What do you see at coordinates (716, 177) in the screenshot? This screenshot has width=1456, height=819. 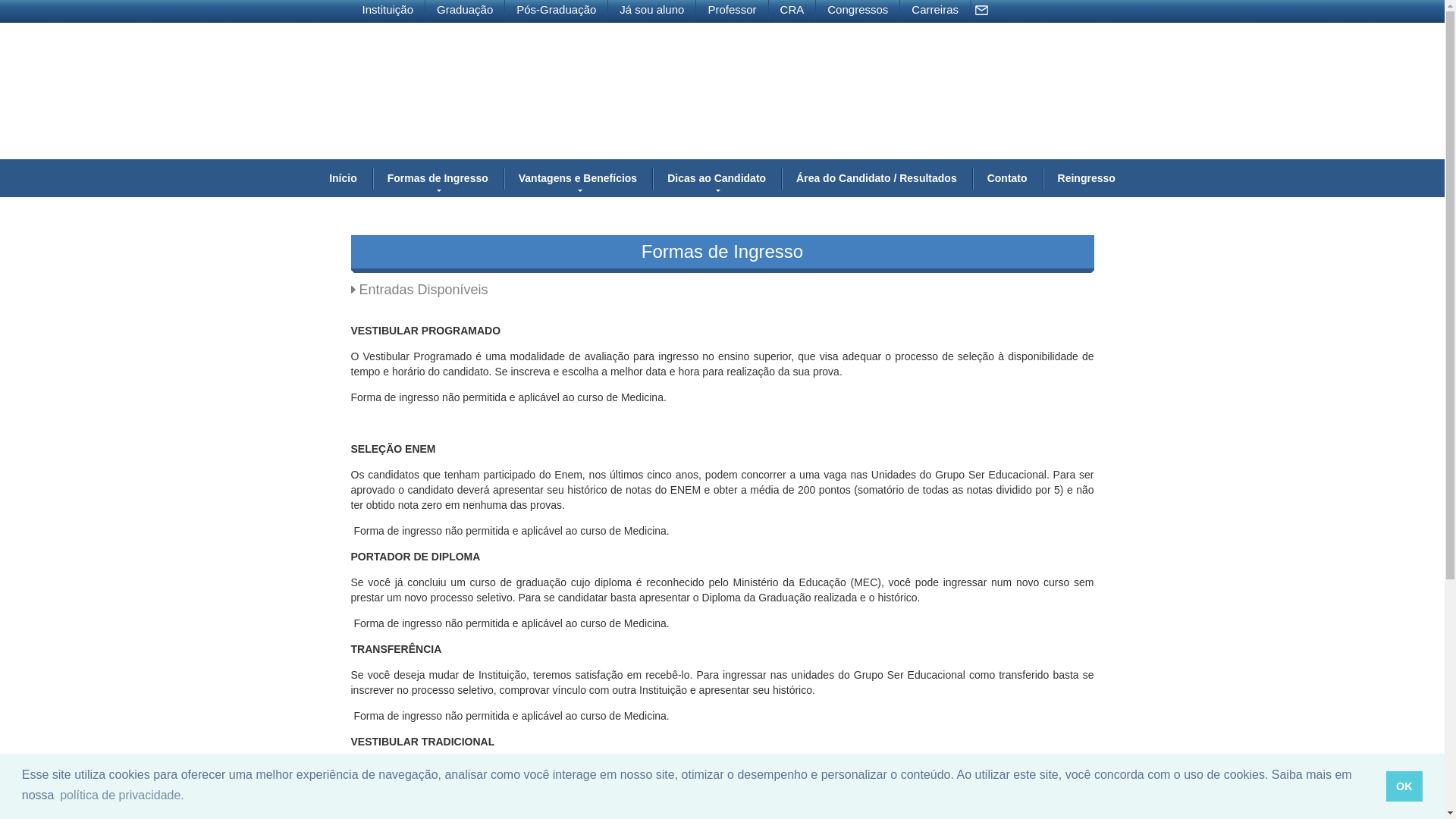 I see `'Dicas ao Candidato'` at bounding box center [716, 177].